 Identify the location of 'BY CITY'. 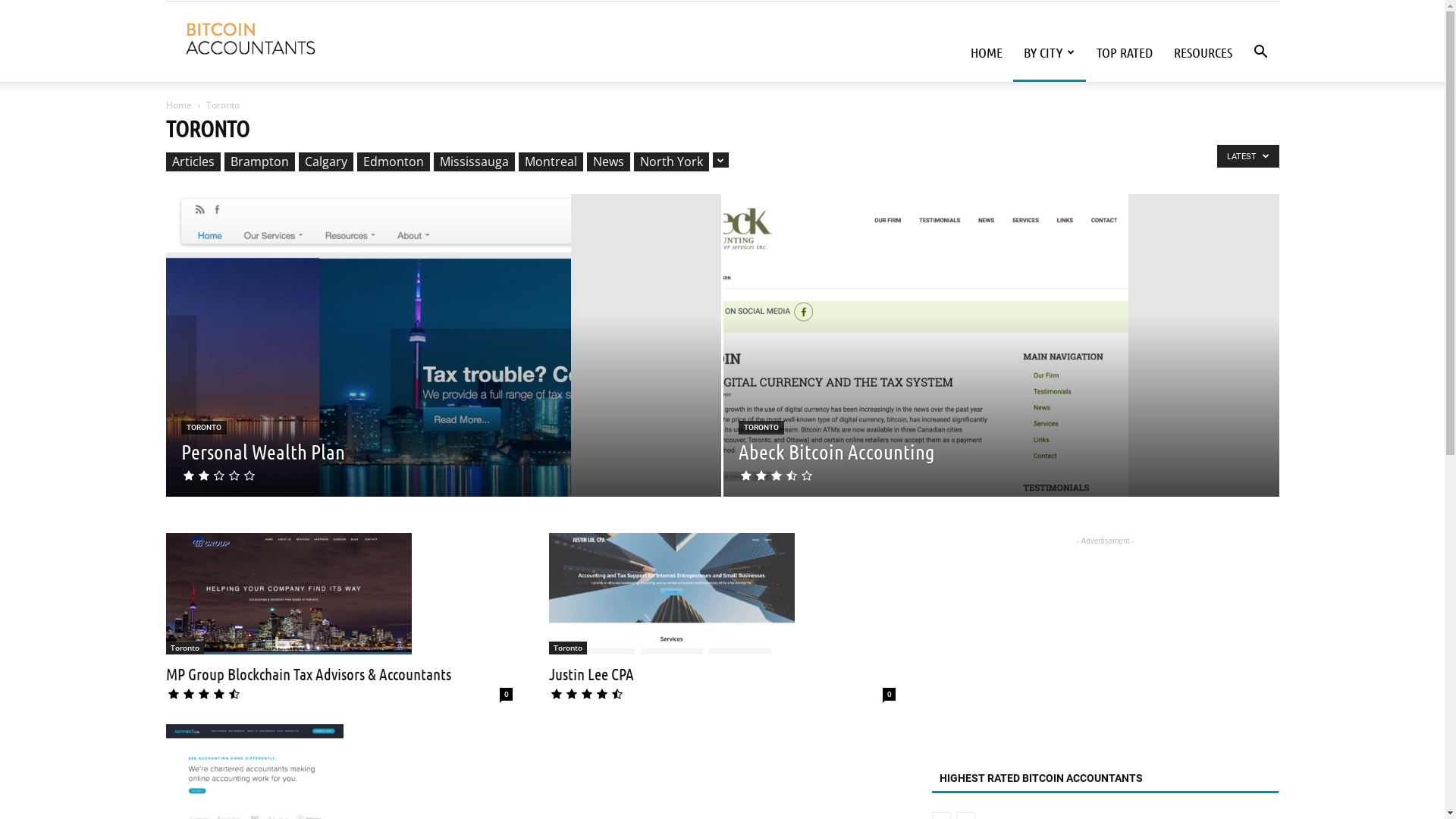
(1048, 52).